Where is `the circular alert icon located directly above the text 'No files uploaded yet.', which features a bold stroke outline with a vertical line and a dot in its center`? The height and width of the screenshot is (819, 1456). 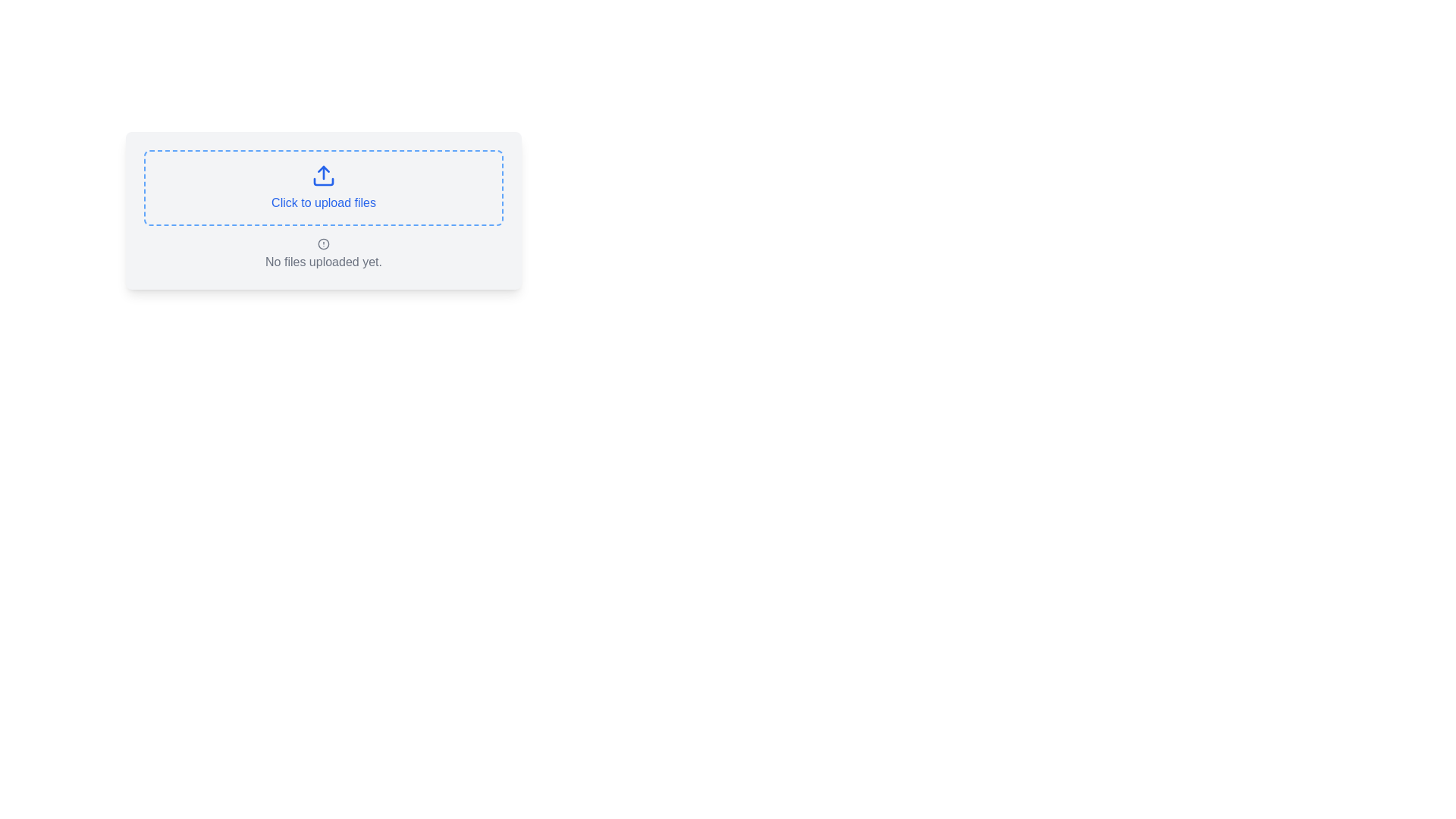 the circular alert icon located directly above the text 'No files uploaded yet.', which features a bold stroke outline with a vertical line and a dot in its center is located at coordinates (323, 243).